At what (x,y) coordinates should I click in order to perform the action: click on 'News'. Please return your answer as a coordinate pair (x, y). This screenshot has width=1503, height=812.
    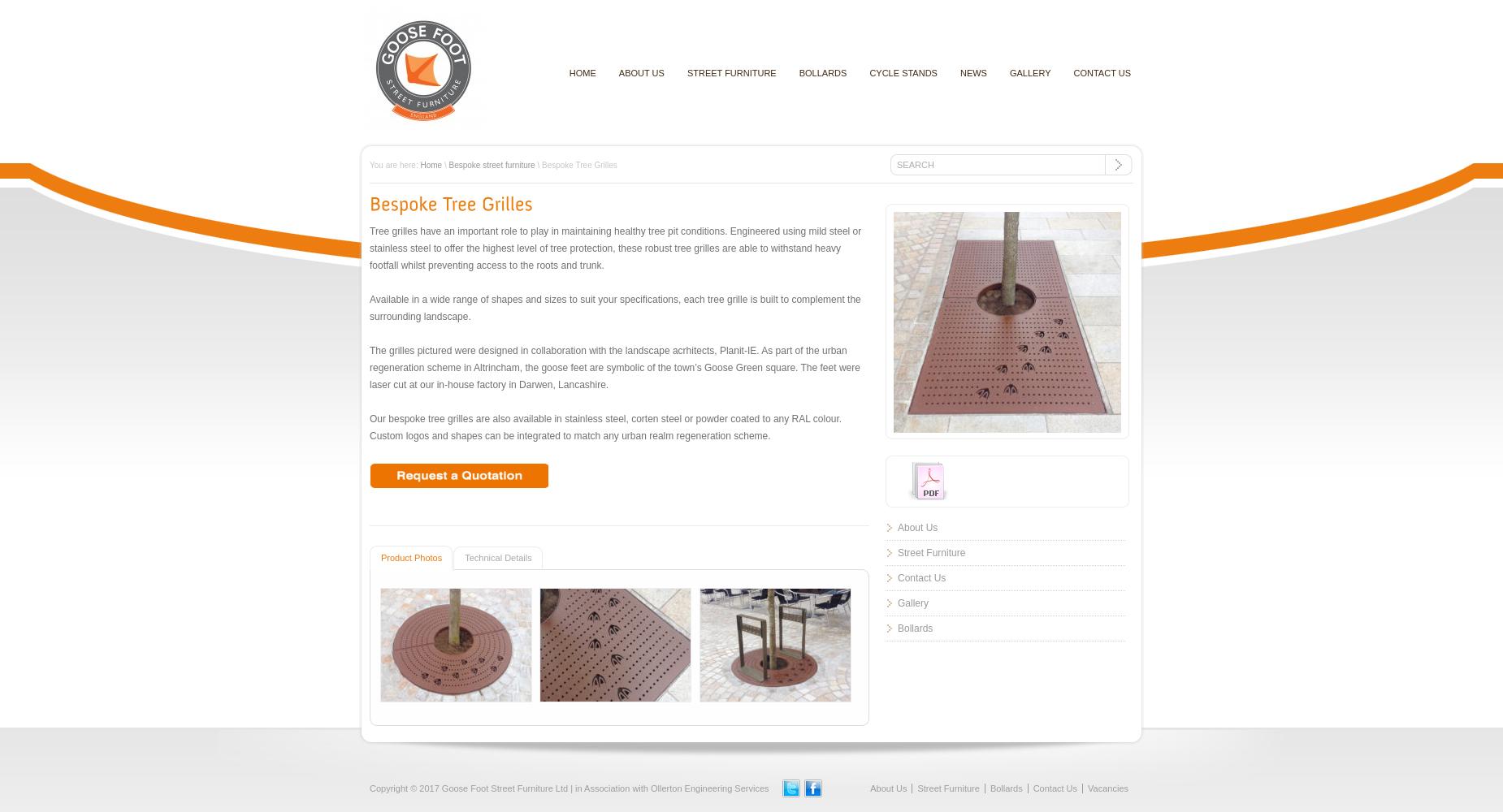
    Looking at the image, I should click on (972, 72).